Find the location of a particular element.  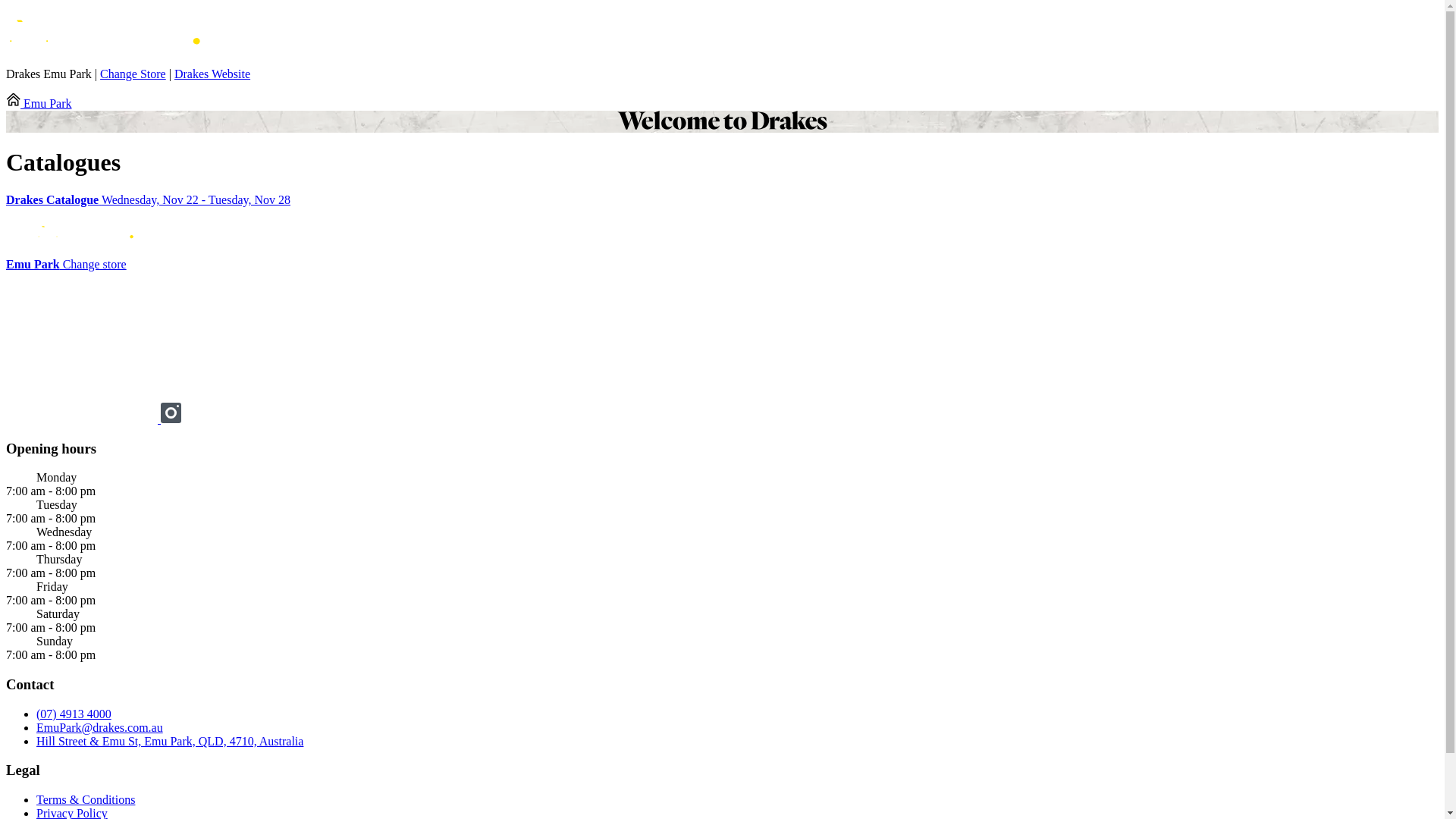

'Drakes Website' is located at coordinates (211, 74).